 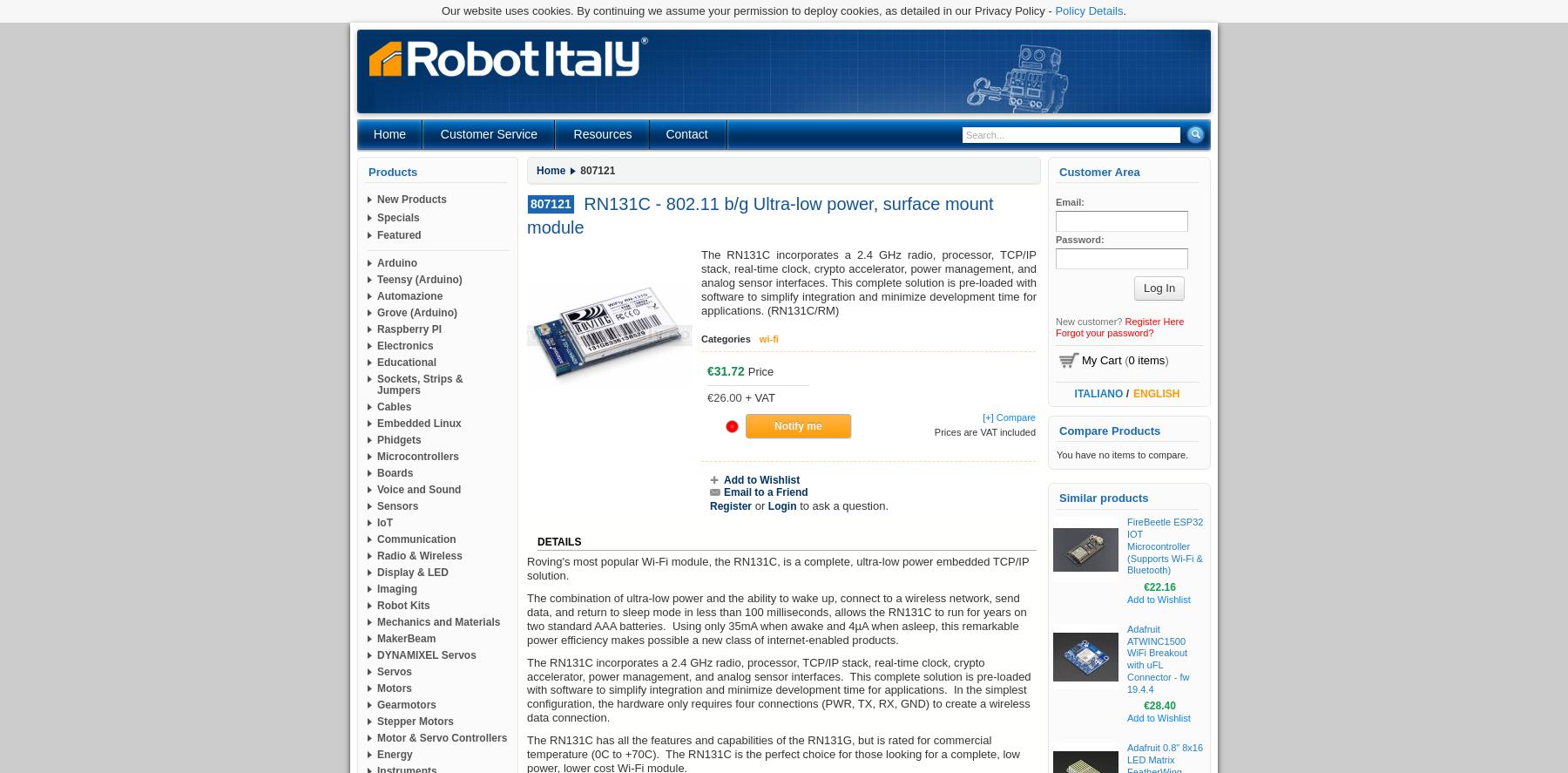 I want to click on 'Roving's most popular Wi-Fi module, the RN131C, is a complete, ultra-low power embedded TCP/IP solution.', so click(x=777, y=567).